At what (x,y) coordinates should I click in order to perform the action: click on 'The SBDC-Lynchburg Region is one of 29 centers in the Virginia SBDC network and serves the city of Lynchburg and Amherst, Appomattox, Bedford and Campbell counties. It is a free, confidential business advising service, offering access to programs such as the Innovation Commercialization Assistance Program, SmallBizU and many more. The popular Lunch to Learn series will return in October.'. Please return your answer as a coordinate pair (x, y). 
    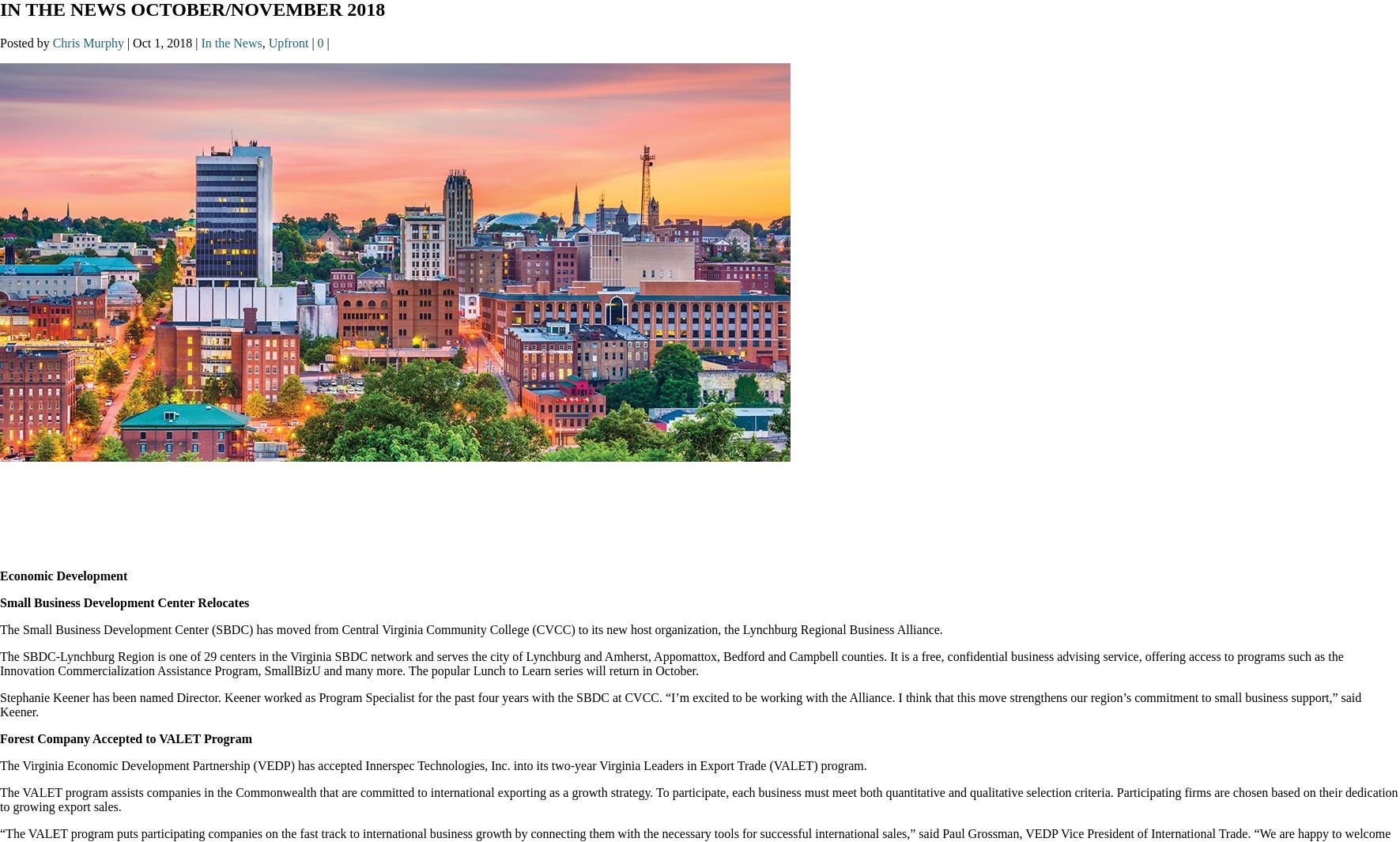
    Looking at the image, I should click on (670, 663).